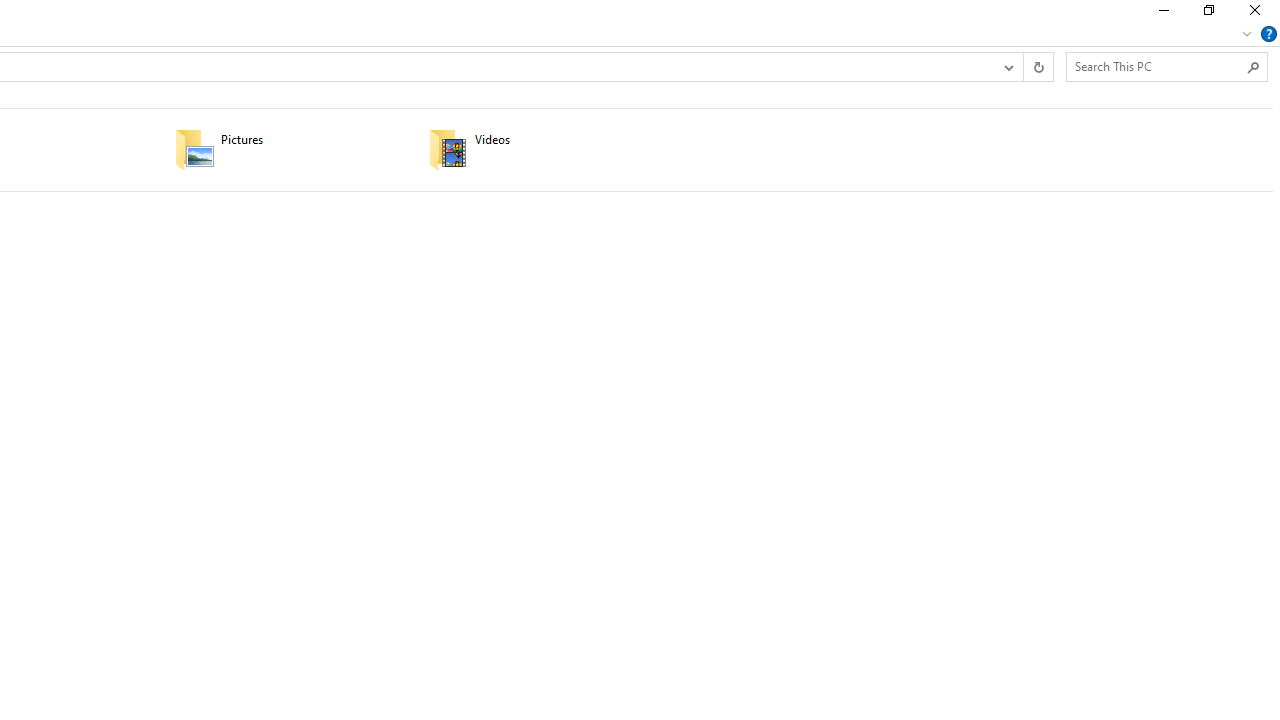  I want to click on 'Refresh "This PC" (F5)', so click(1038, 65).